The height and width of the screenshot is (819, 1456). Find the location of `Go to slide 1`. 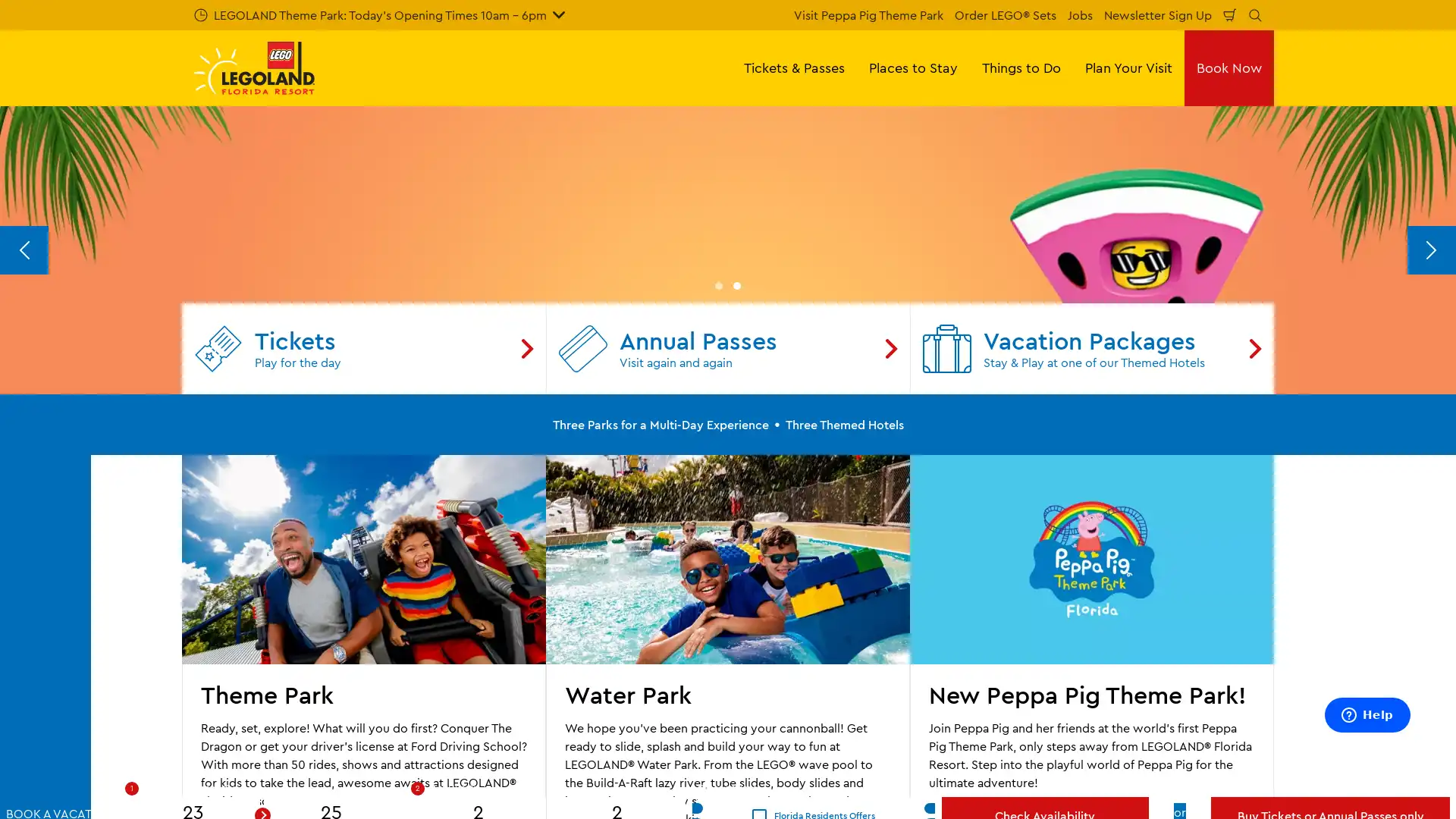

Go to slide 1 is located at coordinates (718, 587).